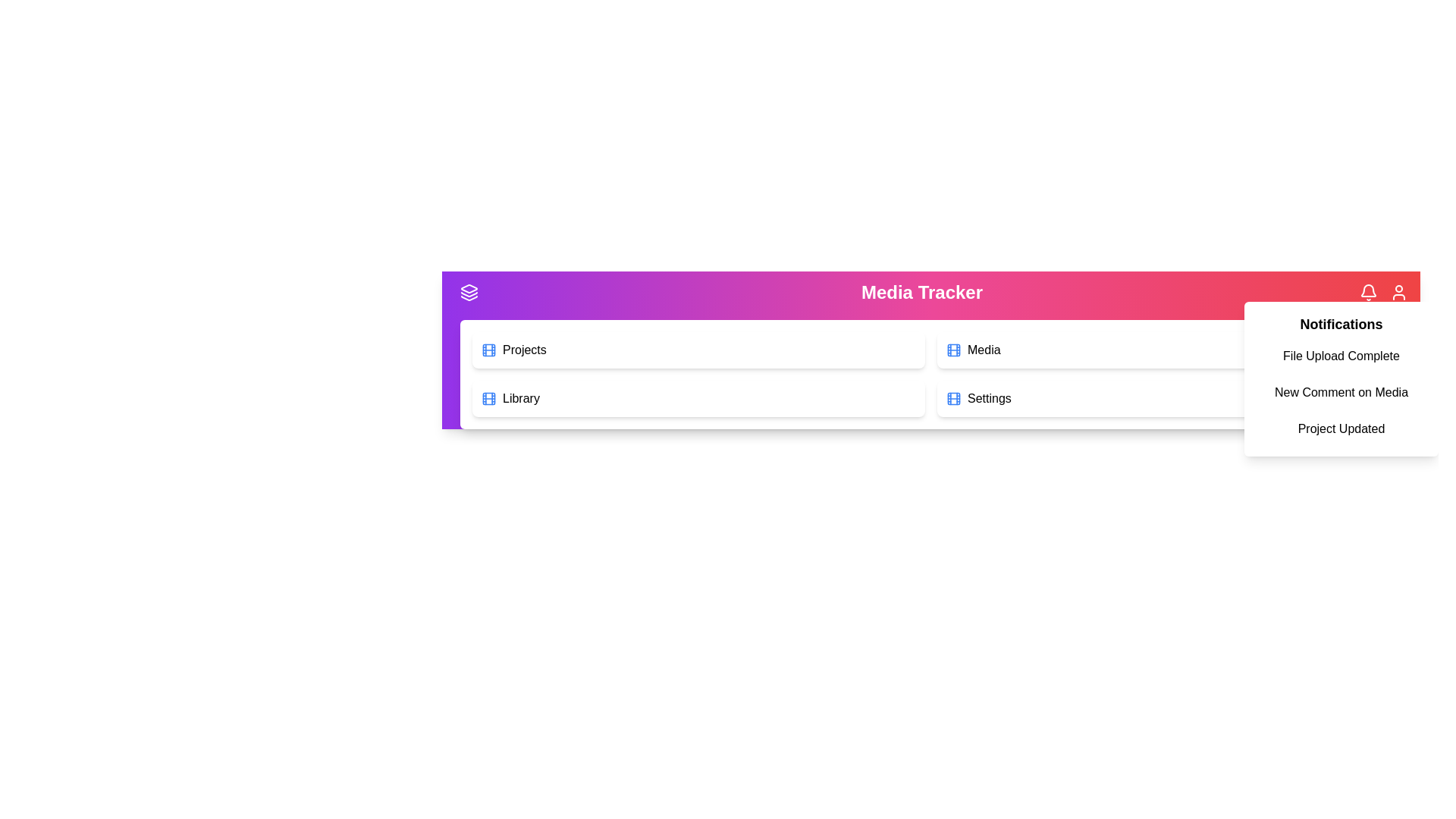  I want to click on the navigation menu item Settings, so click(1163, 397).